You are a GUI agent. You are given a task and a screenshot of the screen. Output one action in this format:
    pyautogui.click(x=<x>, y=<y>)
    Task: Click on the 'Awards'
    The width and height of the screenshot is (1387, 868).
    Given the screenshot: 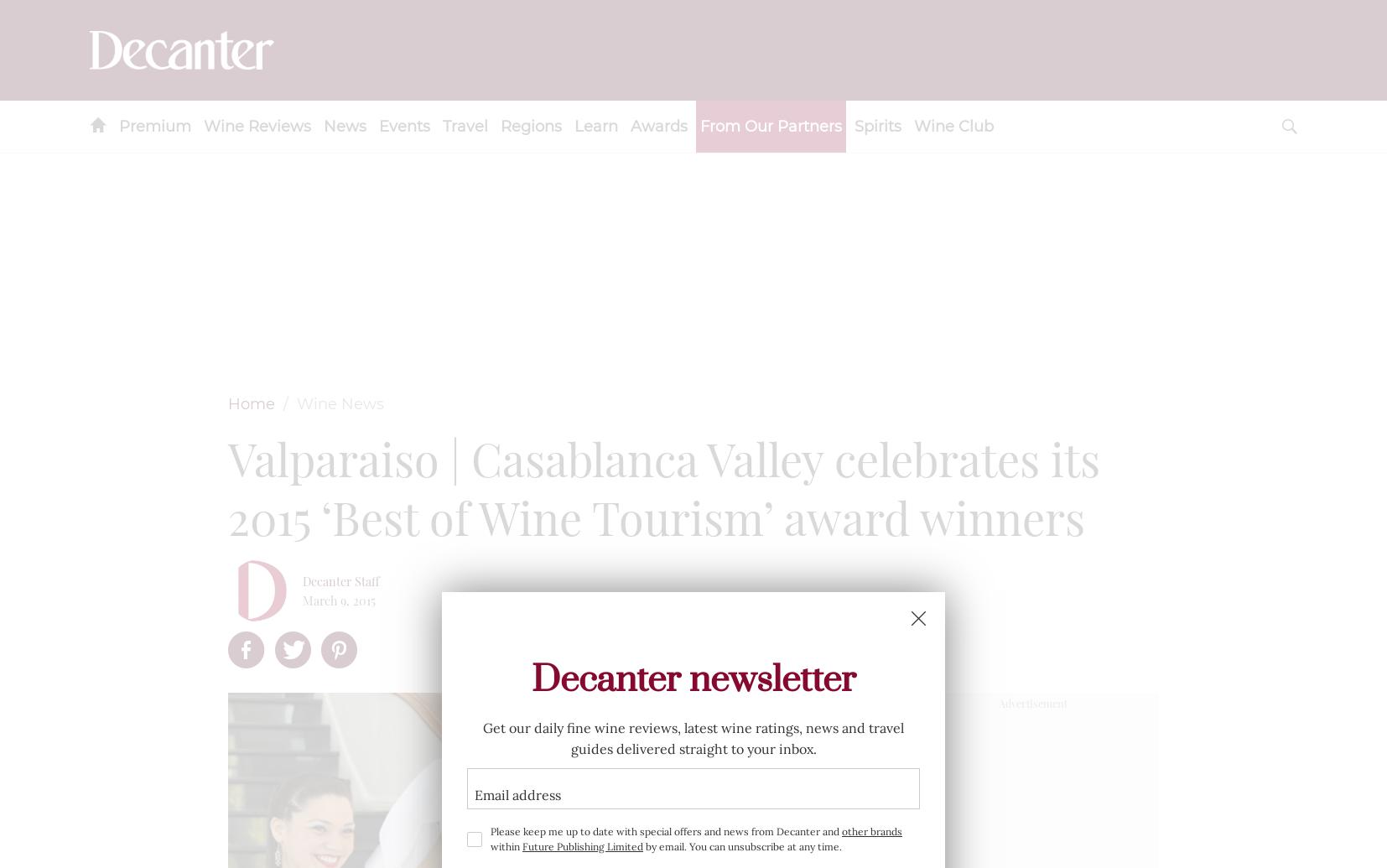 What is the action you would take?
    pyautogui.click(x=658, y=127)
    